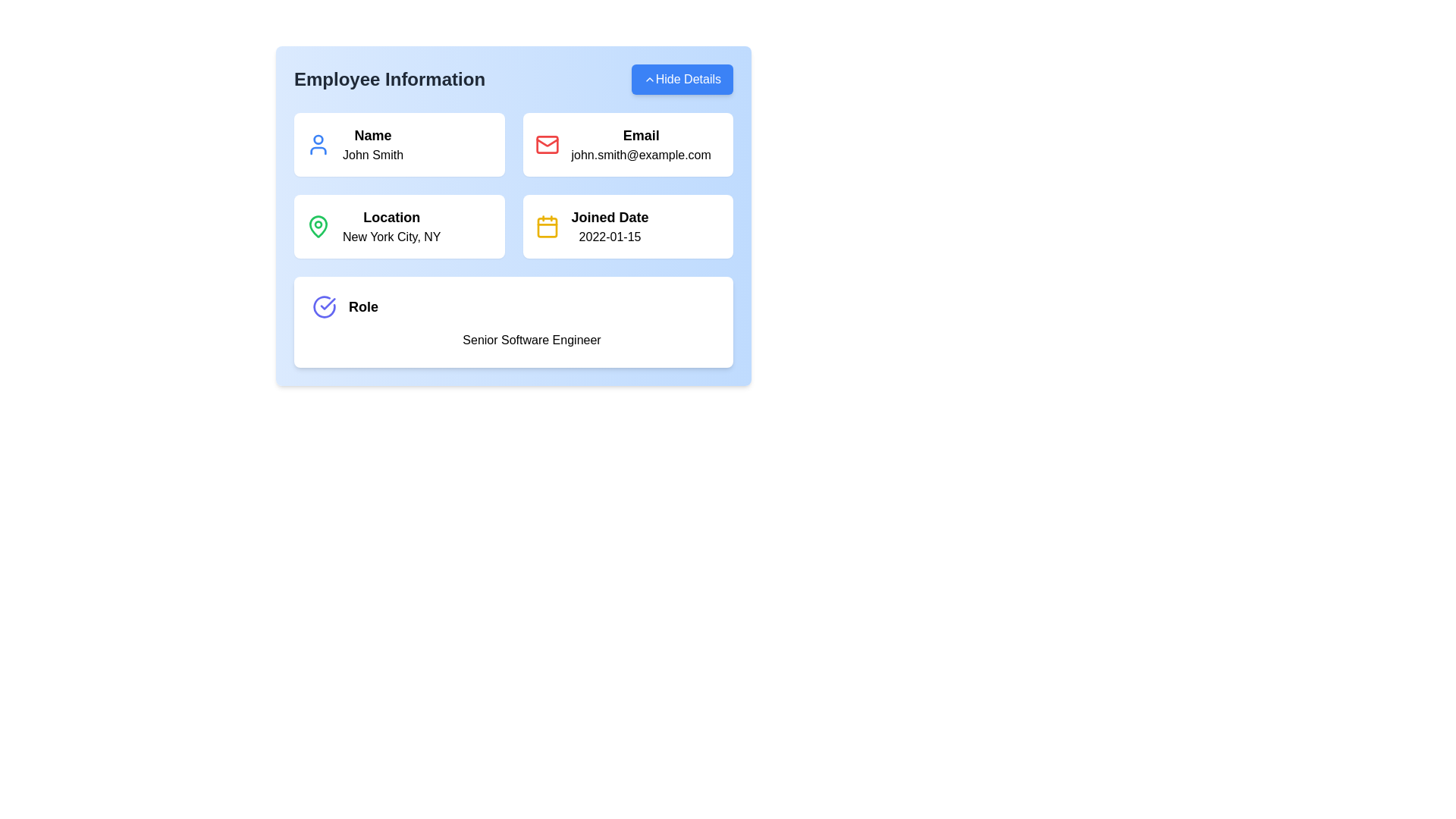 The height and width of the screenshot is (819, 1456). Describe the element at coordinates (610, 217) in the screenshot. I see `the 'Joined Date' text label, which is styled in bold and large font, located in the right column of the employee detail box in the third row` at that location.